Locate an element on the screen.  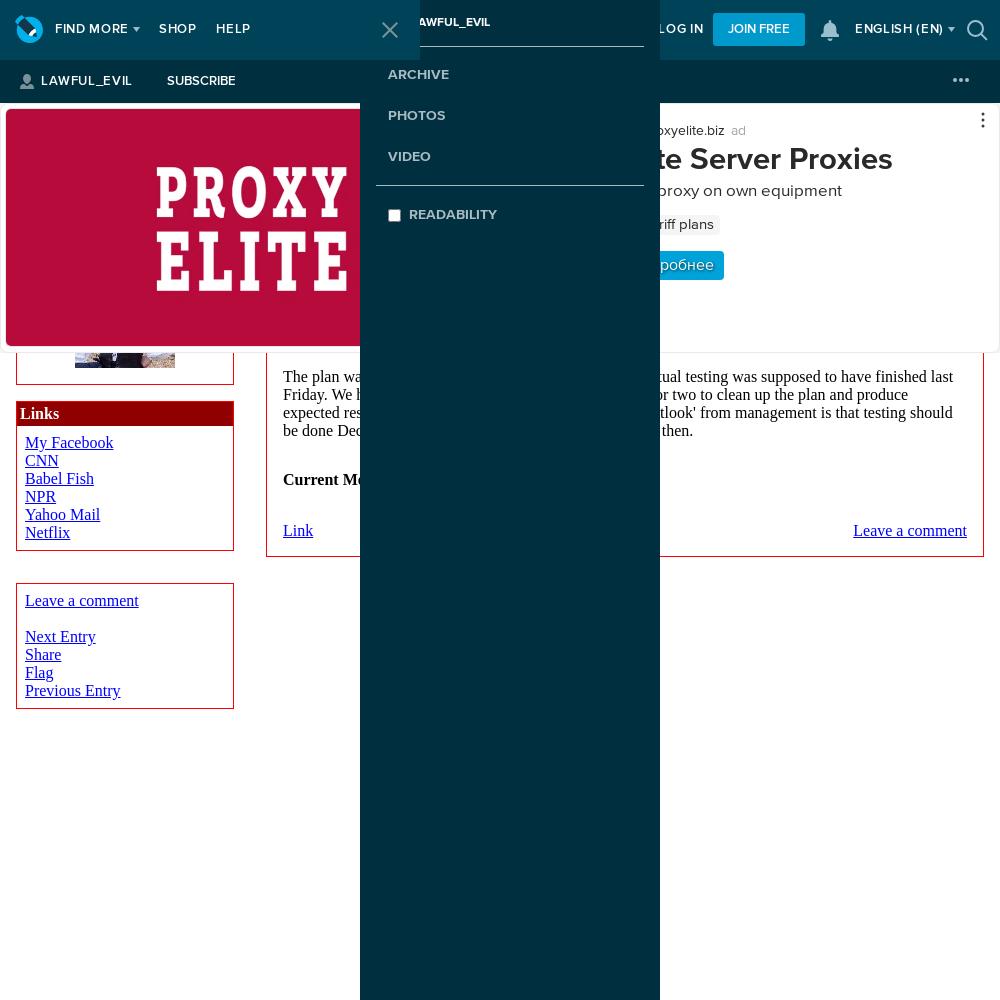
'Lawful Evil' is located at coordinates (123, 141).